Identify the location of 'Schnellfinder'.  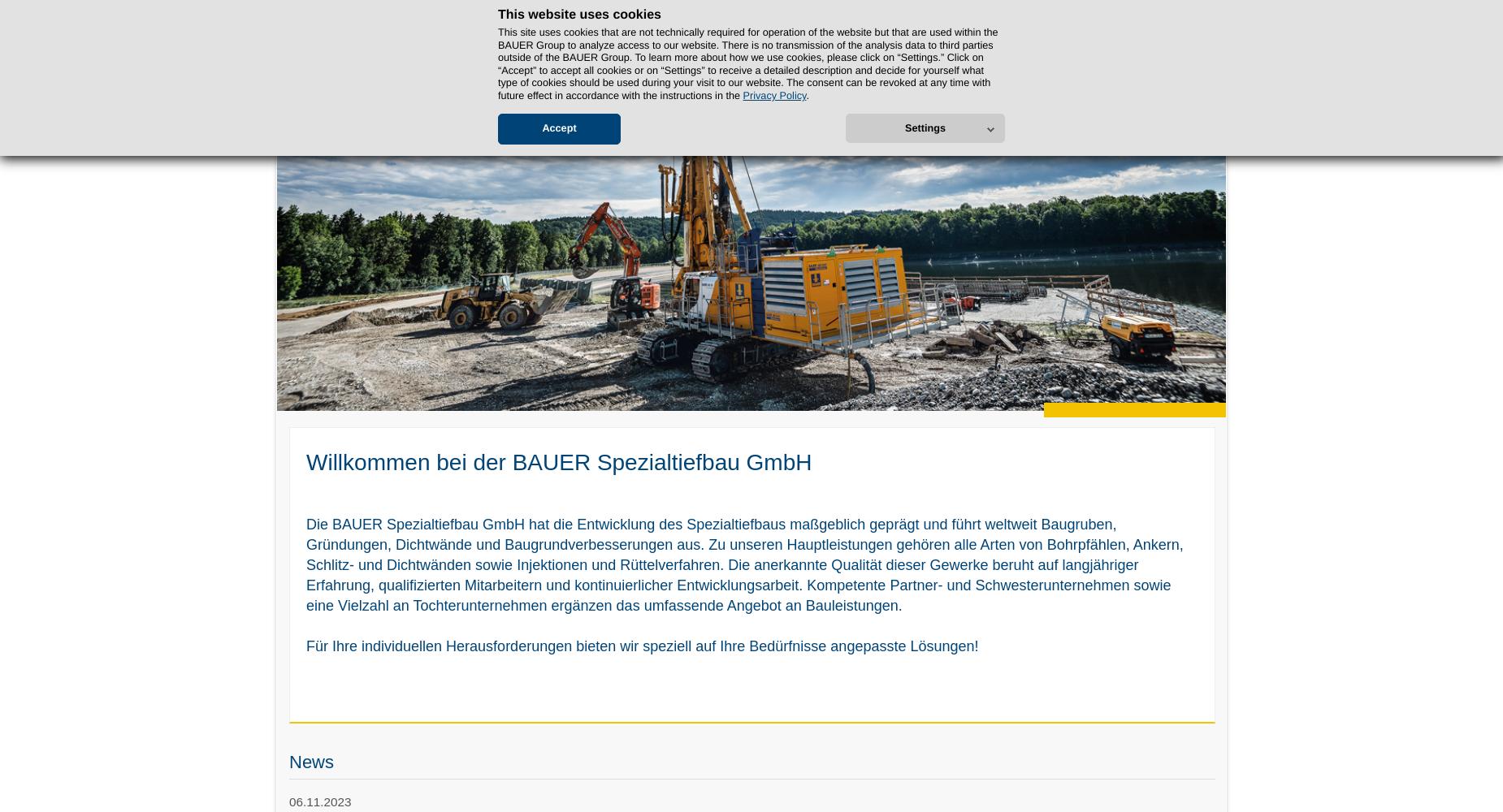
(1185, 14).